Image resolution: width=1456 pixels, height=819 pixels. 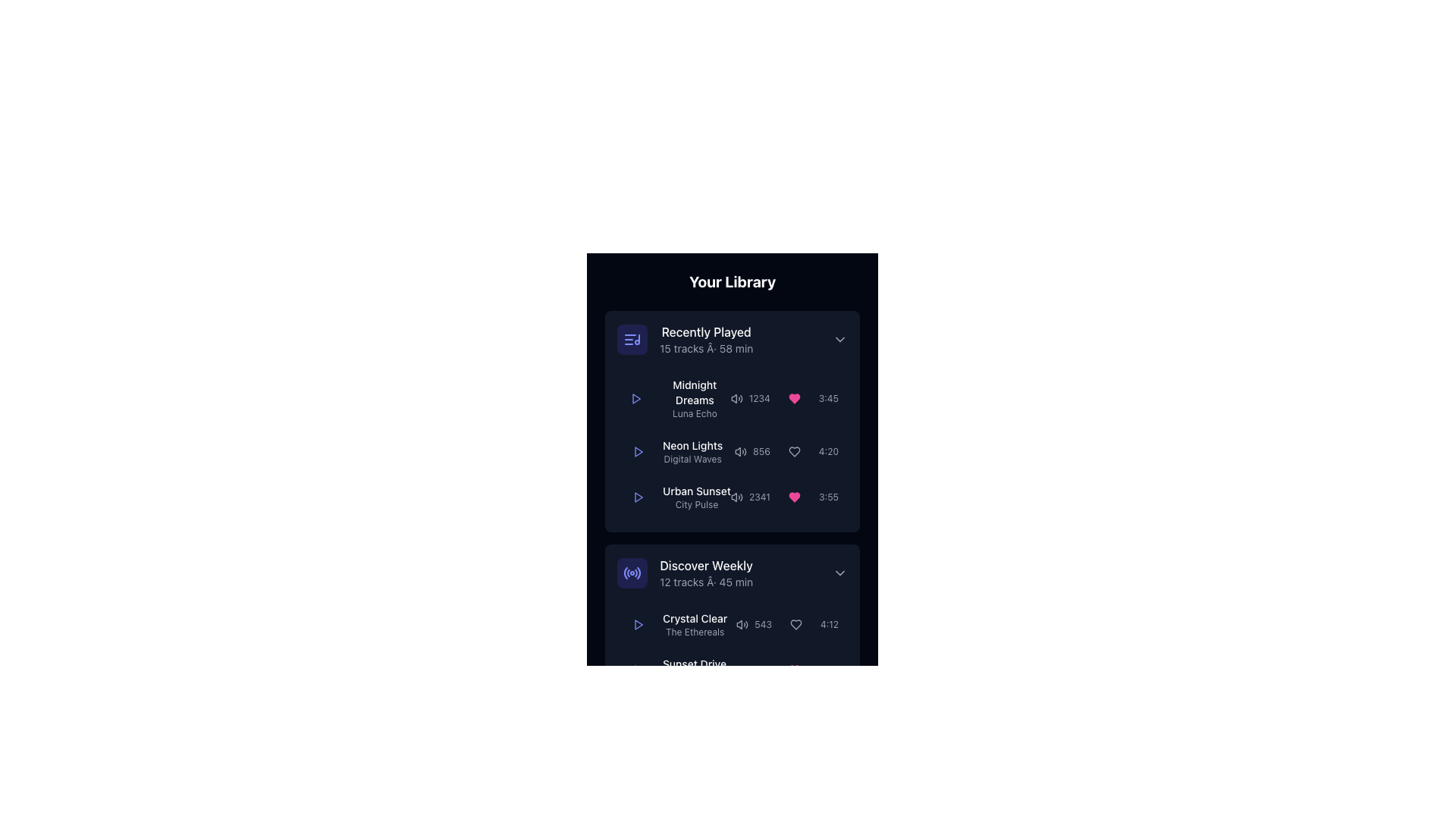 I want to click on the text label that indicates the artist or creator of the 'Midnight Dreams' item, located below the 'Midnight Dreams' title in the 'Recently Played' section, so click(x=694, y=414).